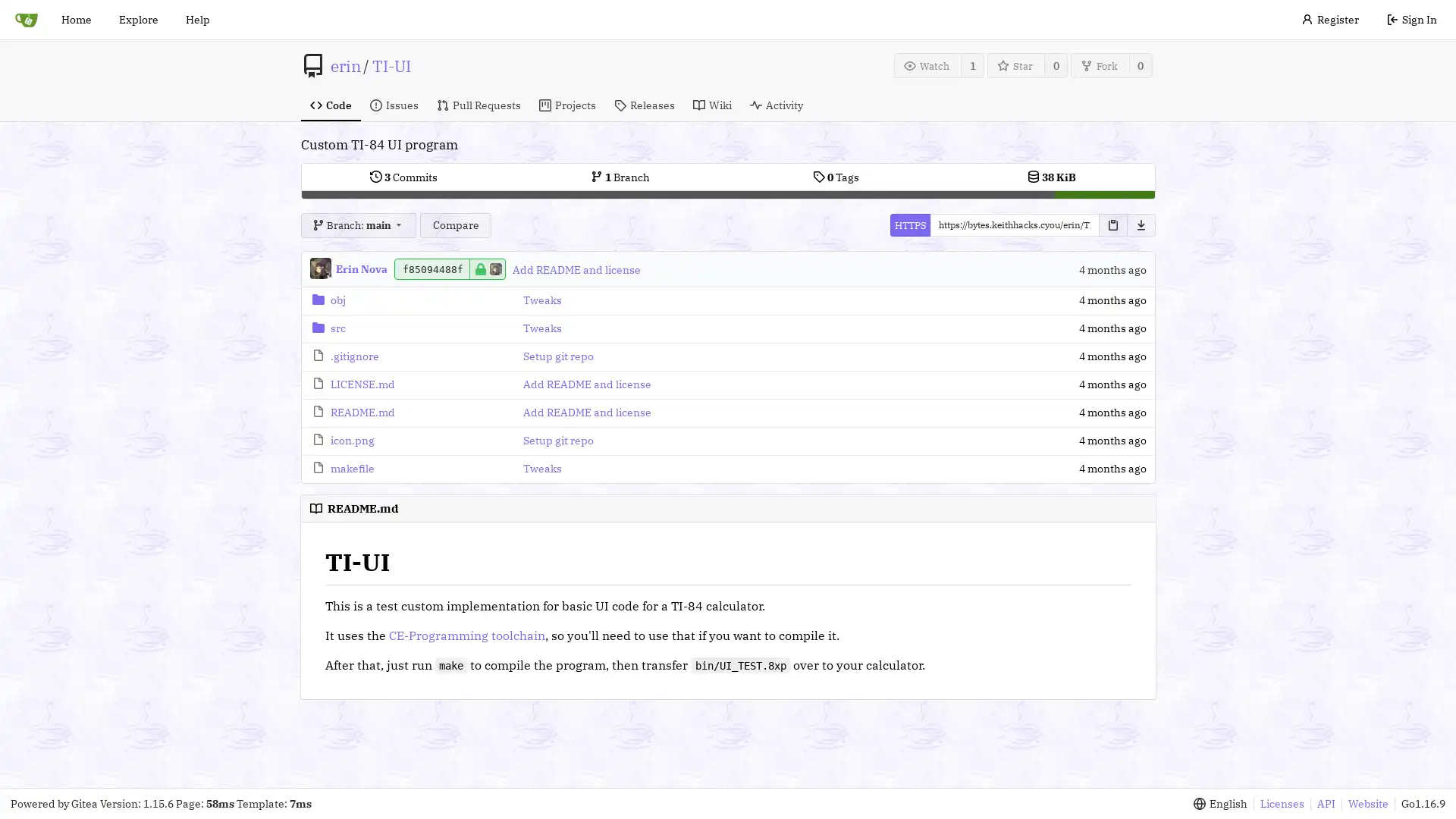 The image size is (1456, 819). Describe the element at coordinates (1015, 64) in the screenshot. I see `Star` at that location.